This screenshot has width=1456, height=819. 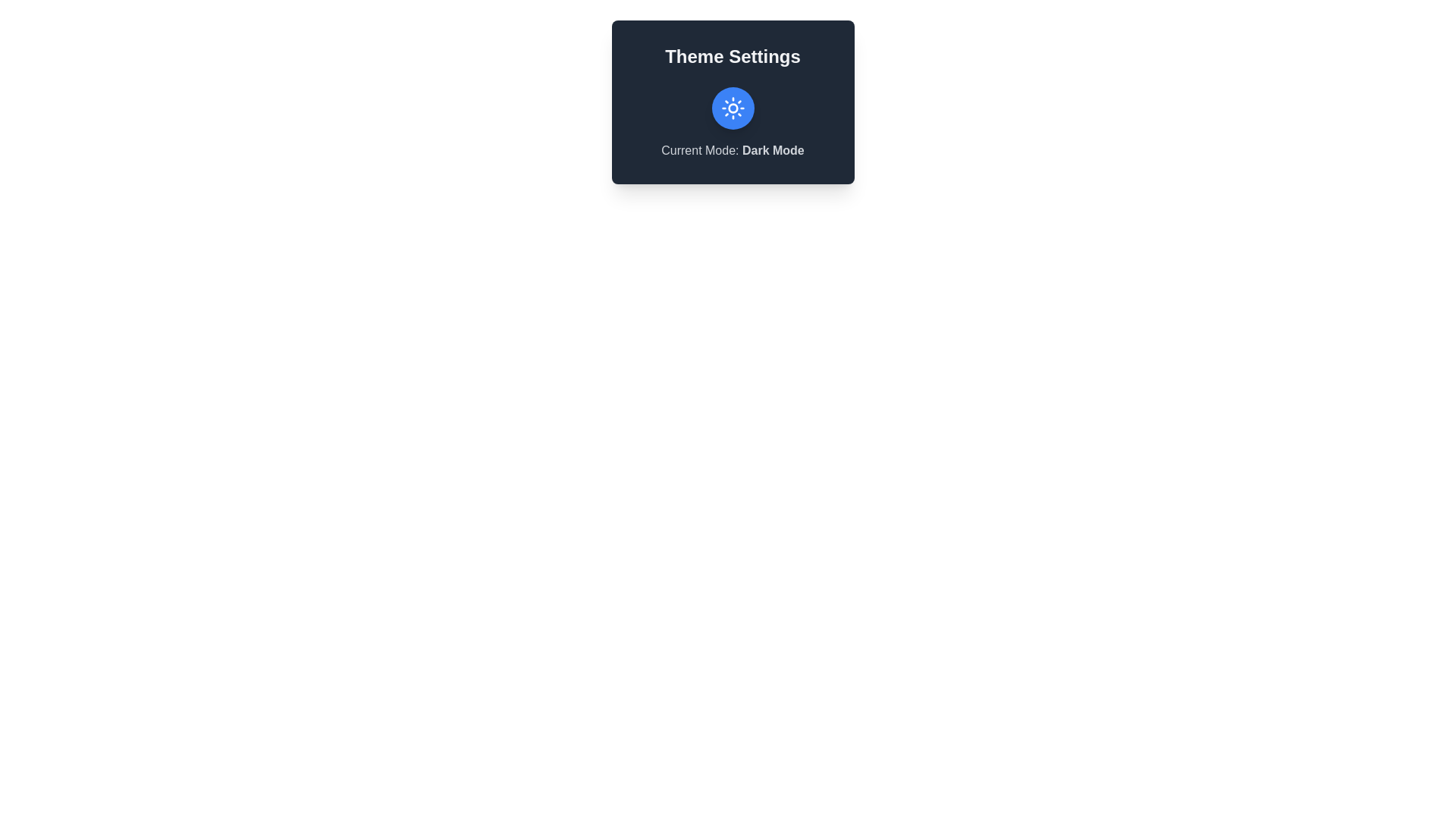 I want to click on central button to toggle the theme mode, so click(x=733, y=107).